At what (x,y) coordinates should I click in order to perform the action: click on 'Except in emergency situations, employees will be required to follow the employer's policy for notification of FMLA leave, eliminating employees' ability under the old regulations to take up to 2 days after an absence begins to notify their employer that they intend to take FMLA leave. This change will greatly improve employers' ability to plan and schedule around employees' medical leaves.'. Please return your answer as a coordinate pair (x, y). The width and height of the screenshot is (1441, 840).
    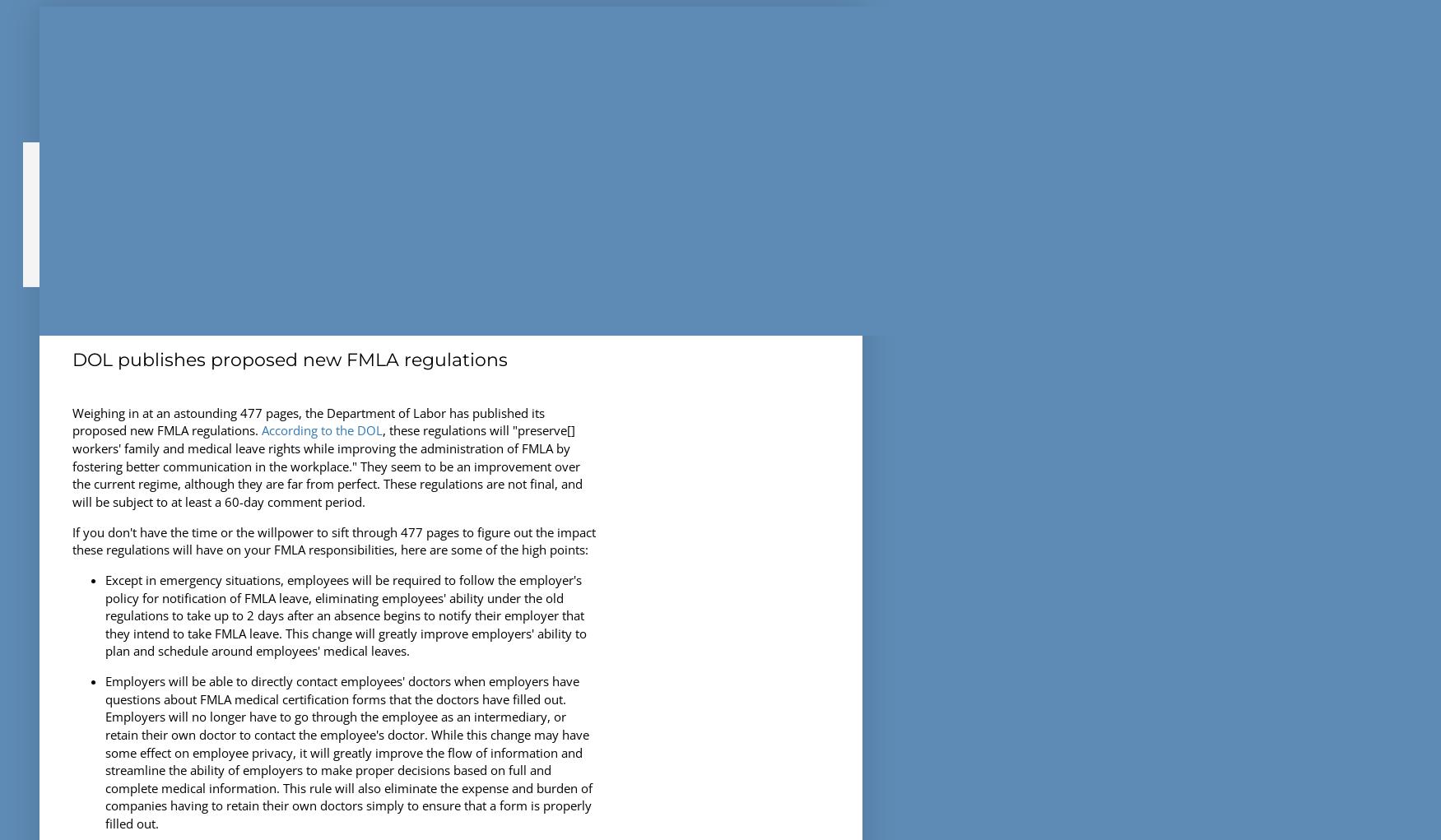
    Looking at the image, I should click on (346, 615).